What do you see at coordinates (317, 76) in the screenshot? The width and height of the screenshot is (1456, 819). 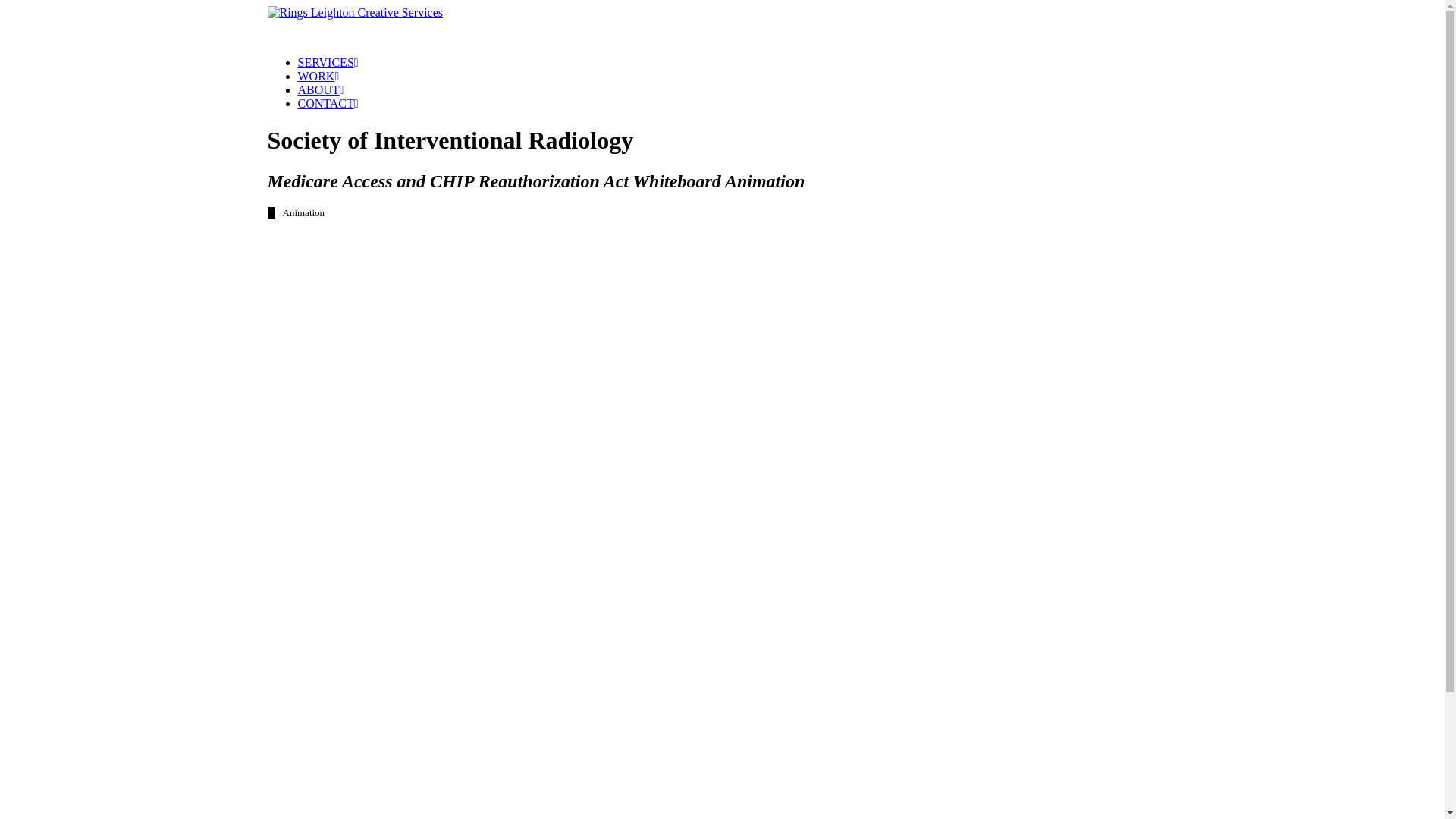 I see `'WORK'` at bounding box center [317, 76].